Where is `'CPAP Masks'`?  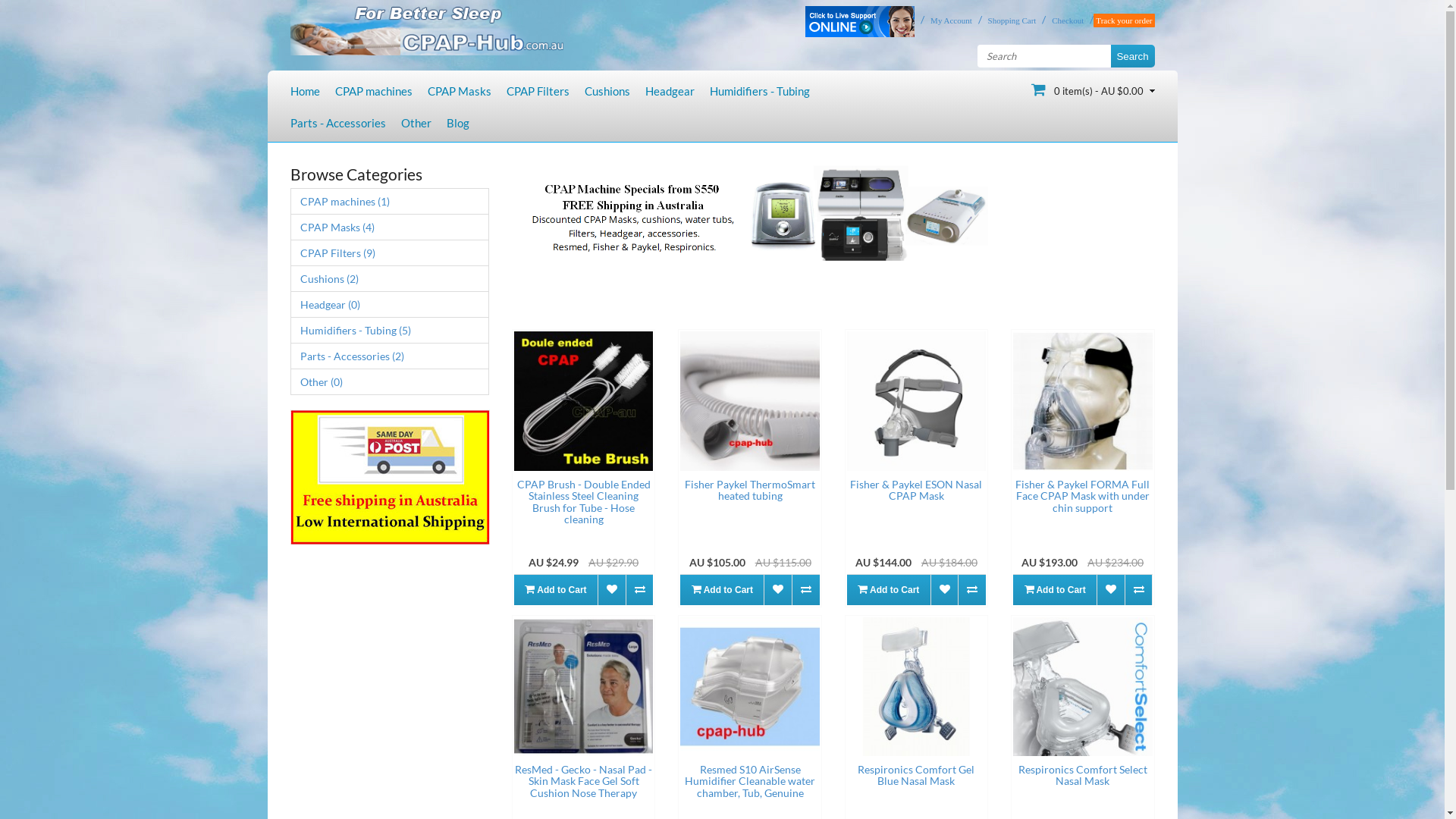 'CPAP Masks' is located at coordinates (458, 90).